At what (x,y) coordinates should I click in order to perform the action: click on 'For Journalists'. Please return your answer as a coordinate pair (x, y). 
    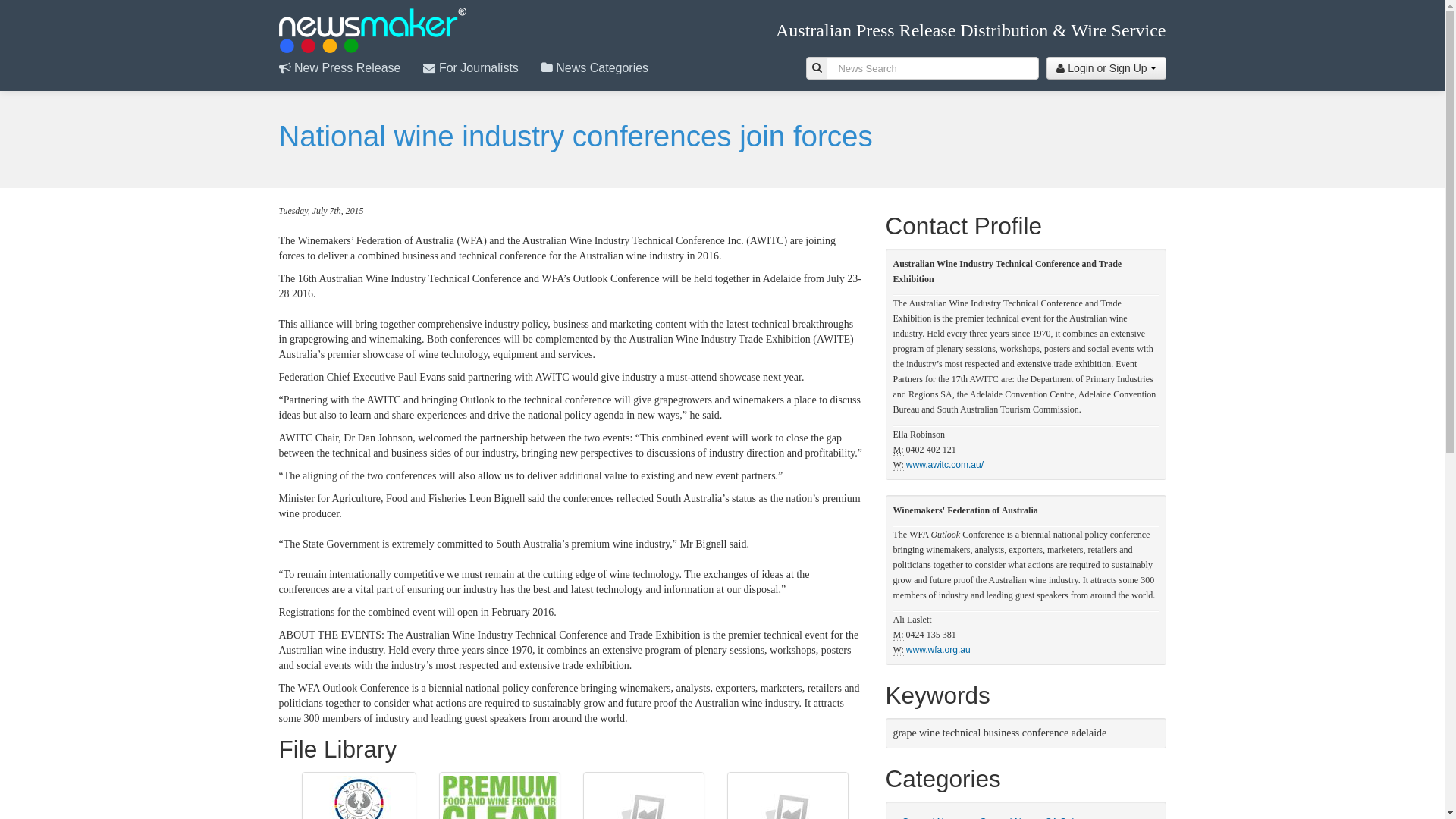
    Looking at the image, I should click on (481, 67).